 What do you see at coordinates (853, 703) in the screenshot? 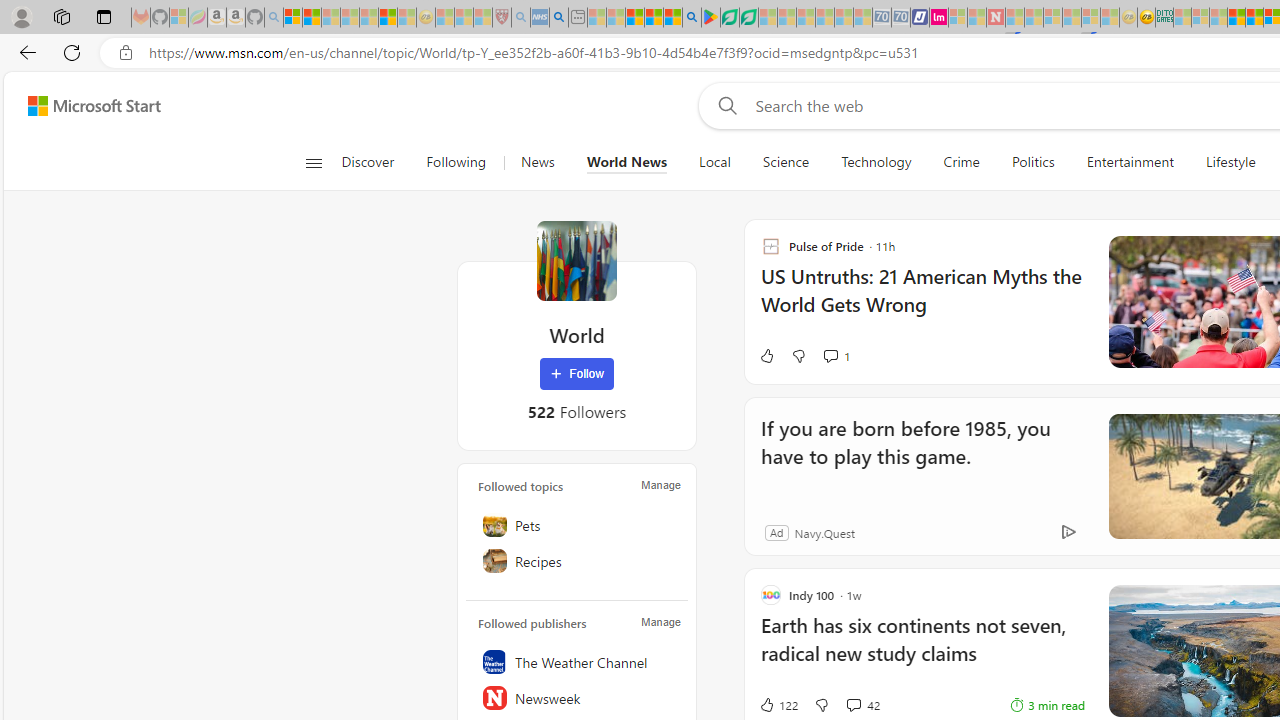
I see `'View comments 42 Comment'` at bounding box center [853, 703].